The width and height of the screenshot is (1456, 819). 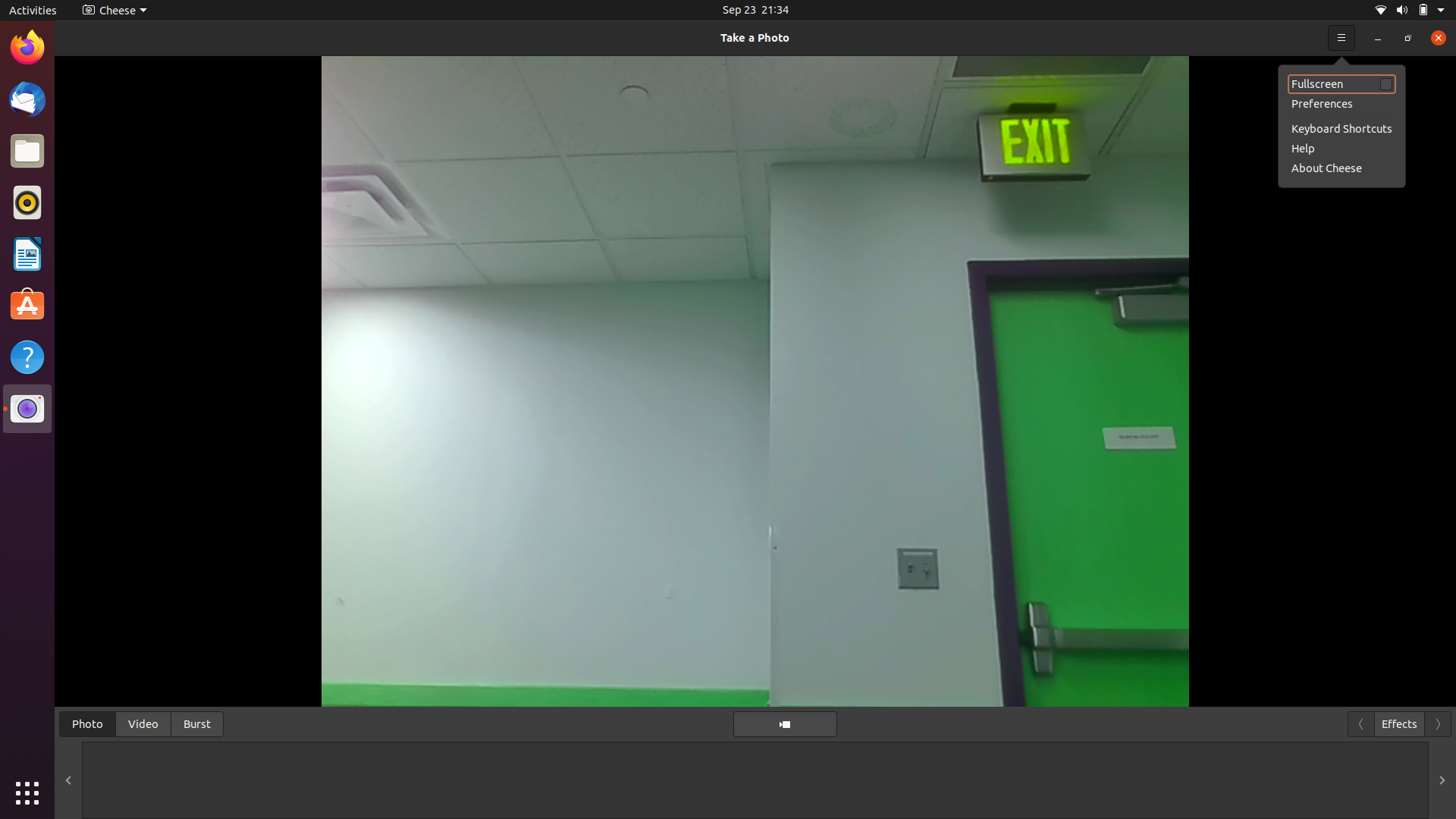 I want to click on See help information for the camera, so click(x=1341, y=36).